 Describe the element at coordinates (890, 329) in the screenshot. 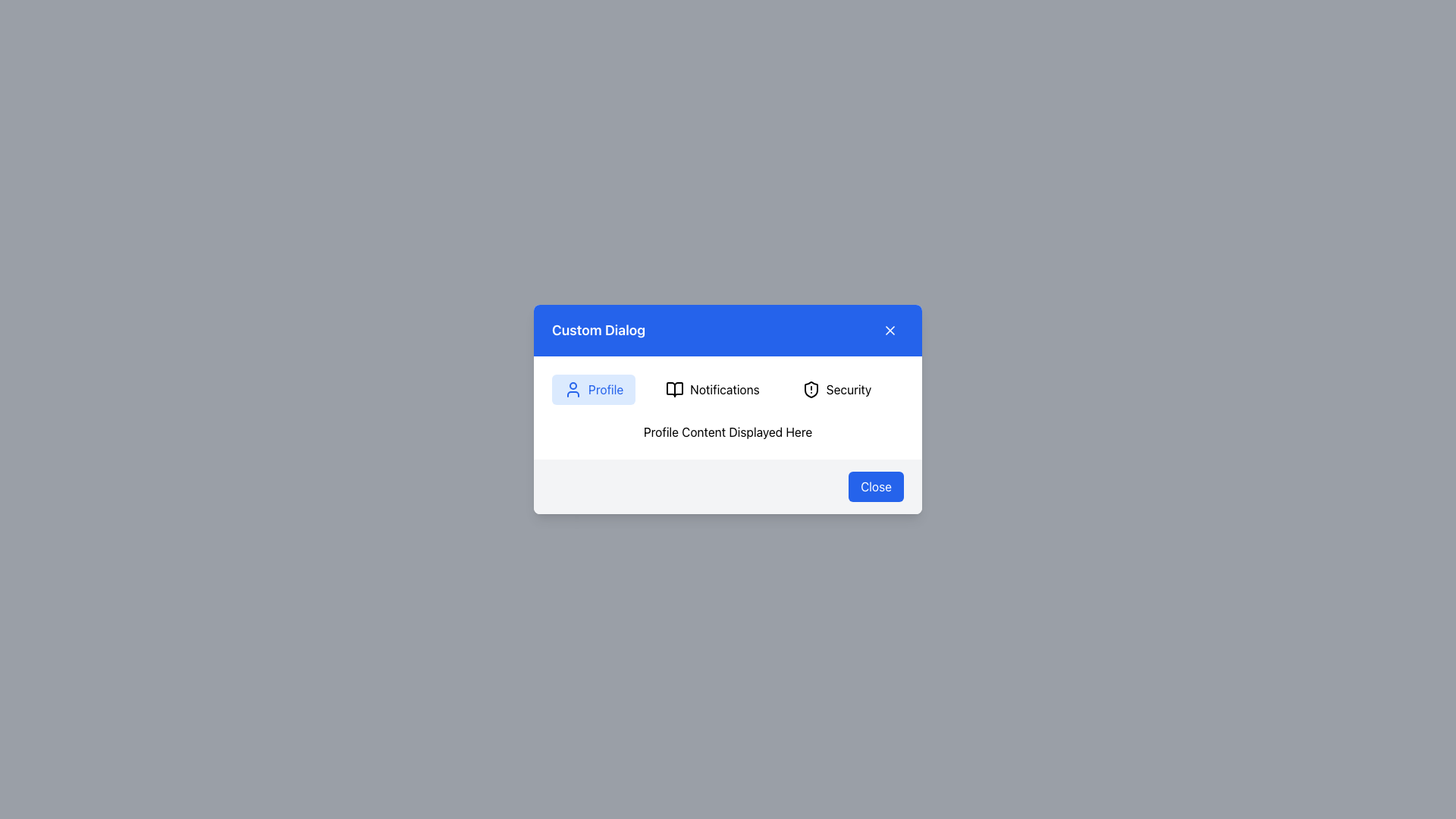

I see `the close button located at the top-right corner of the 'Custom Dialog' to observe the hover effects` at that location.